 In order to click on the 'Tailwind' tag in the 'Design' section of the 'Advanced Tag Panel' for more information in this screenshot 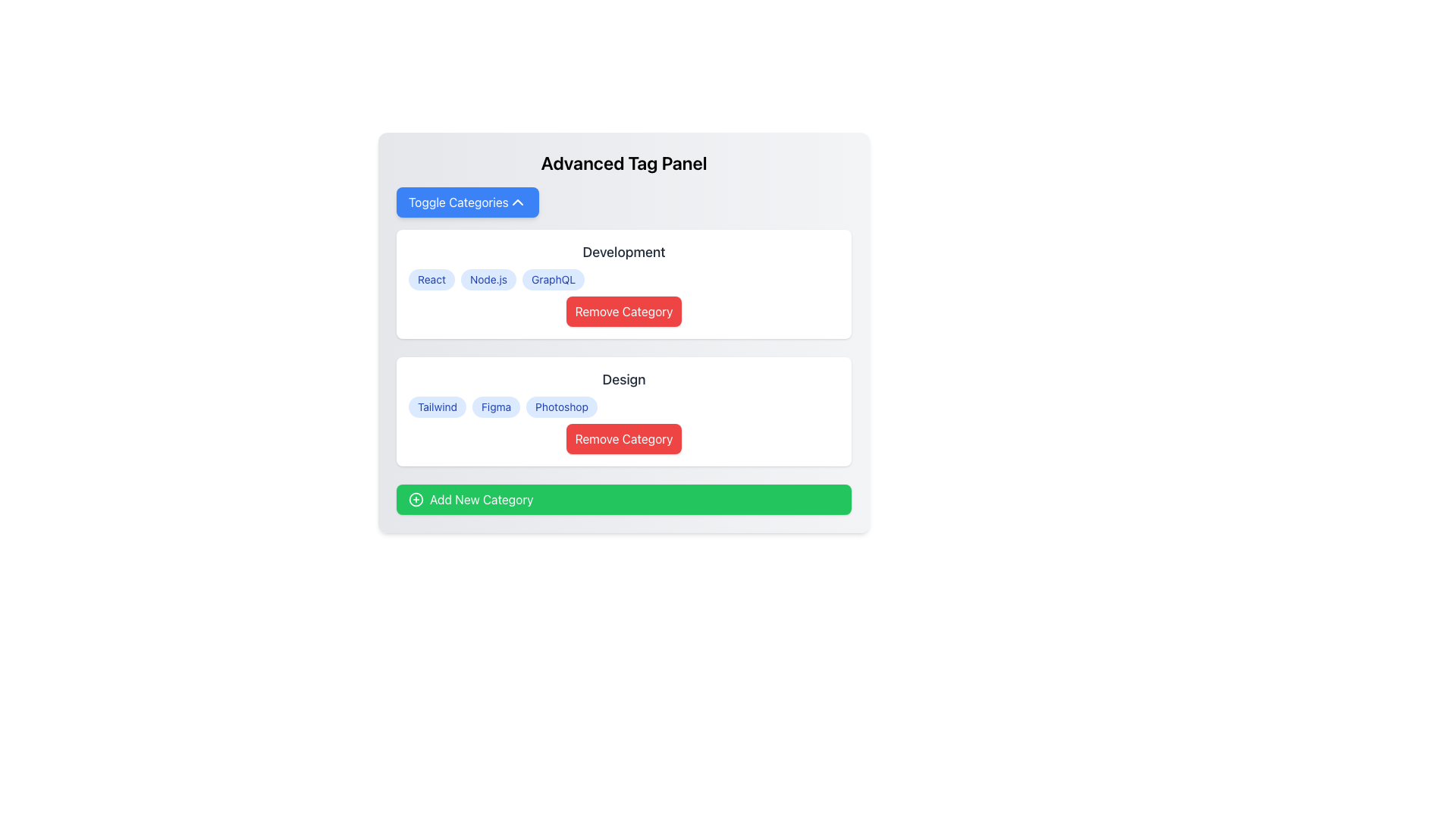, I will do `click(436, 406)`.